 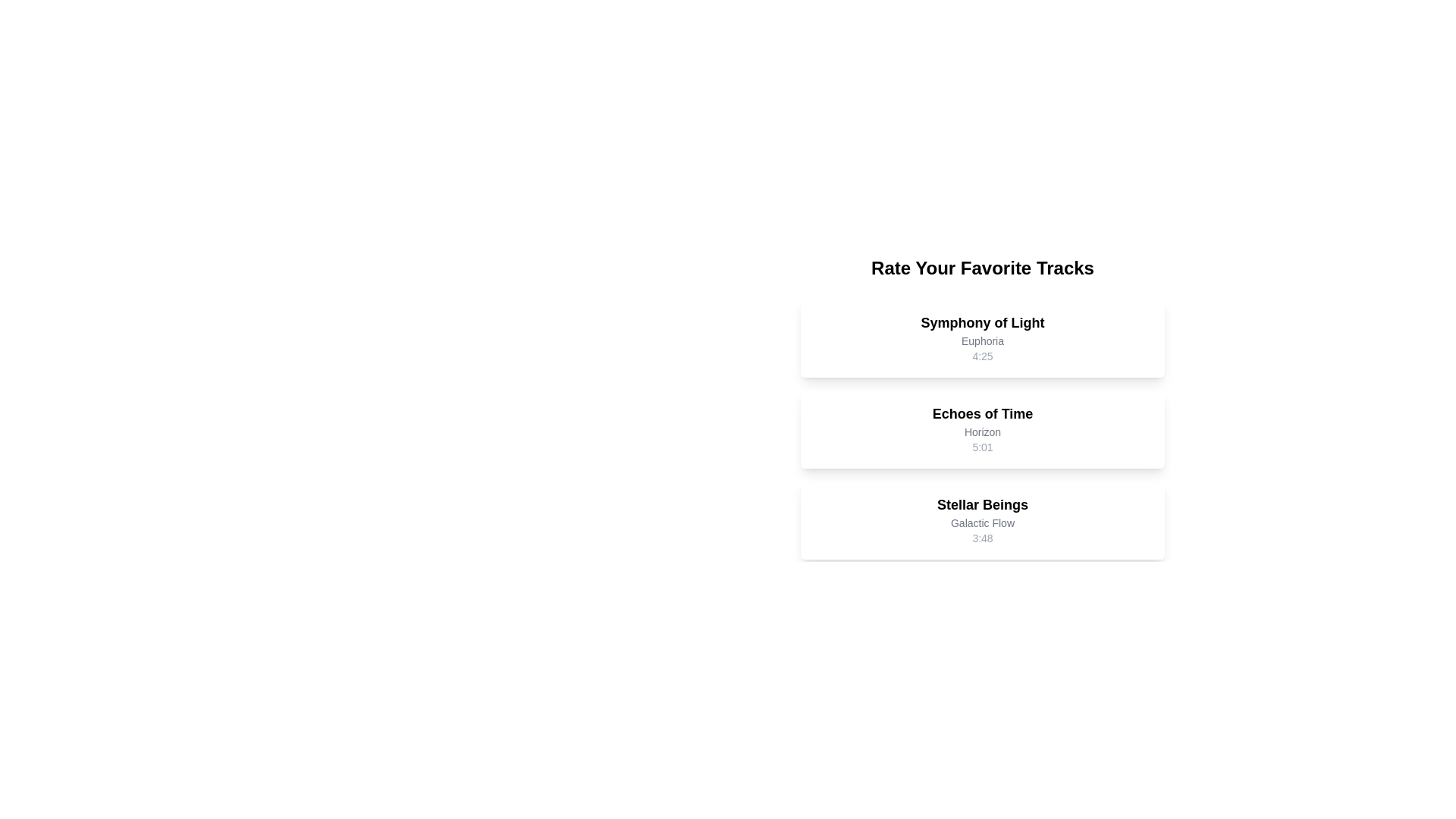 What do you see at coordinates (983, 356) in the screenshot?
I see `the text element displaying '4:25' which is part of the song 'Symphony of Light' and located below the subtitle 'Euphoria'` at bounding box center [983, 356].